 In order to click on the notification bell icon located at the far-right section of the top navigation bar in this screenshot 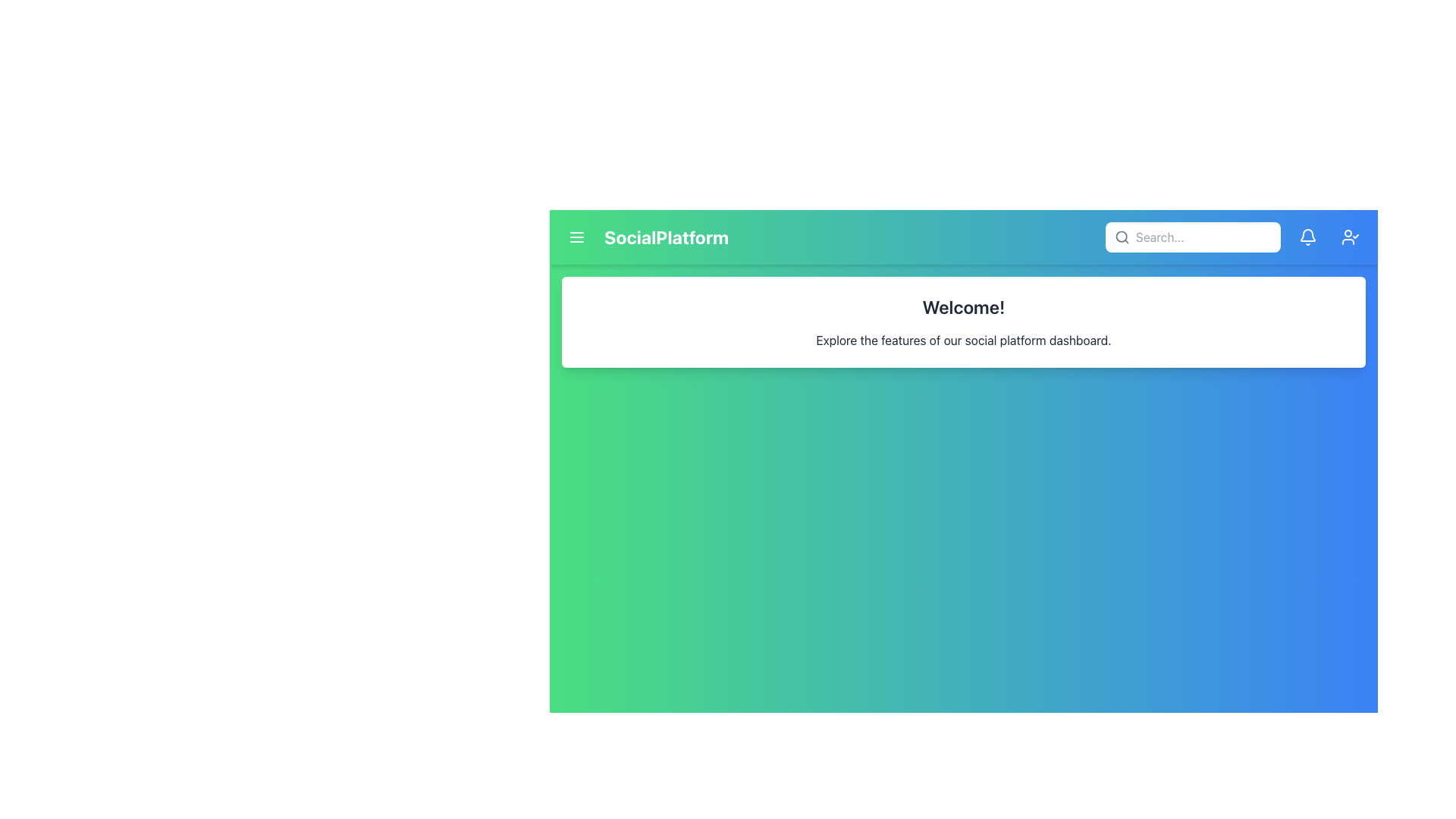, I will do `click(1307, 237)`.